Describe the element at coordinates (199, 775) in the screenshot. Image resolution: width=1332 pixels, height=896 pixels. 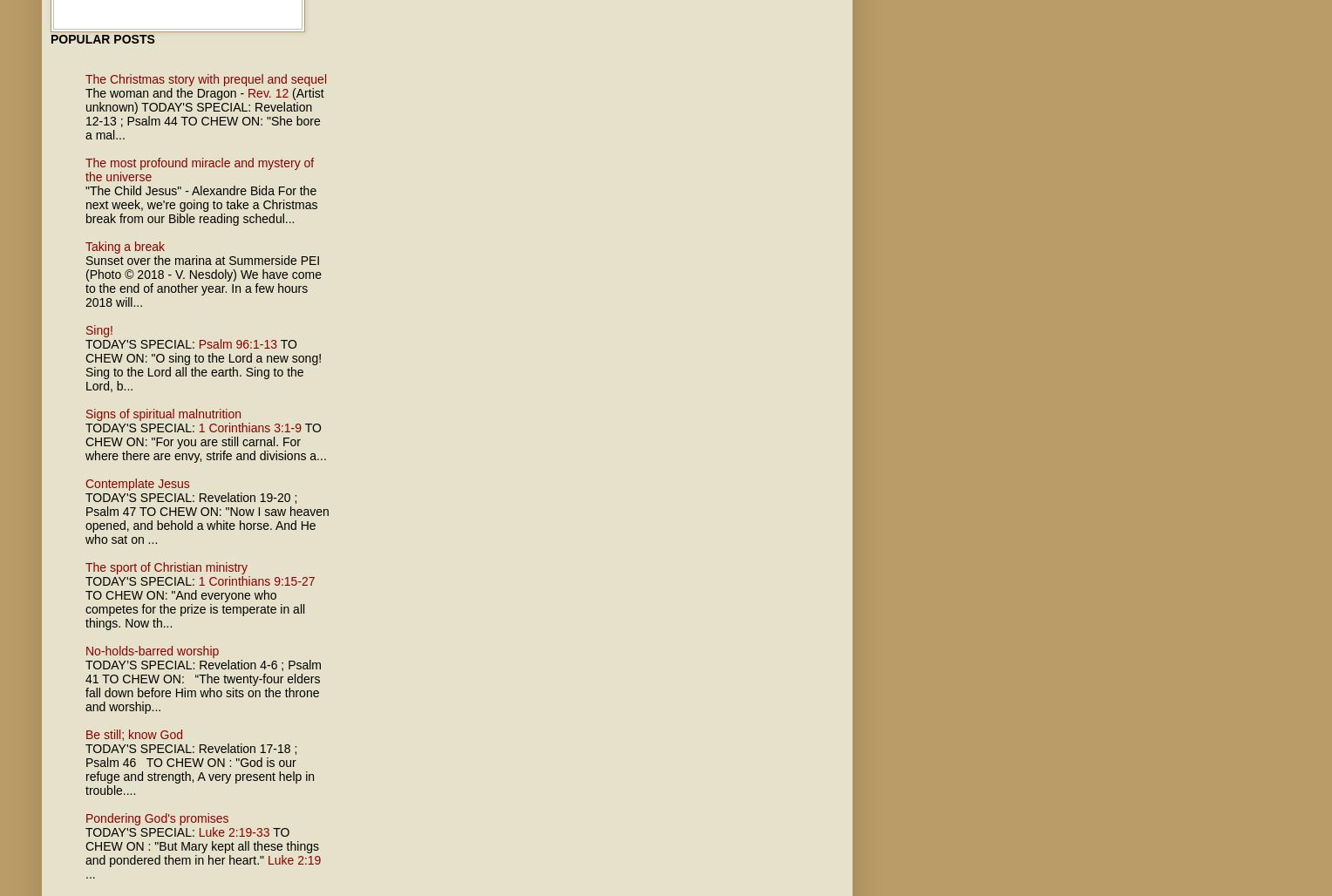
I see `'TO CHEW ON : "God is our refuge and strength, A very present help in trouble....'` at that location.